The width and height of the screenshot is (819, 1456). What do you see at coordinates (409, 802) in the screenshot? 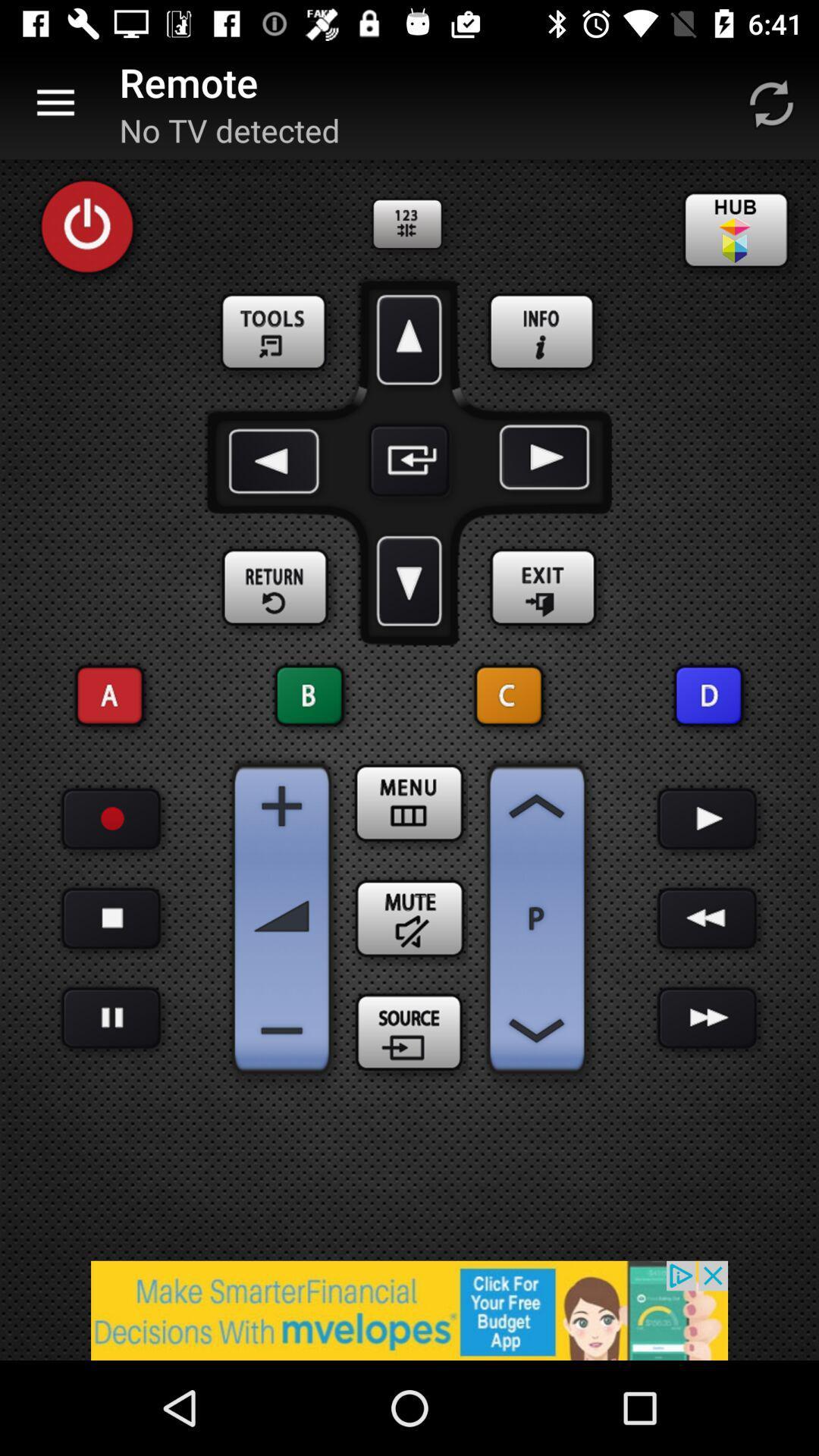
I see `the date_range icon` at bounding box center [409, 802].